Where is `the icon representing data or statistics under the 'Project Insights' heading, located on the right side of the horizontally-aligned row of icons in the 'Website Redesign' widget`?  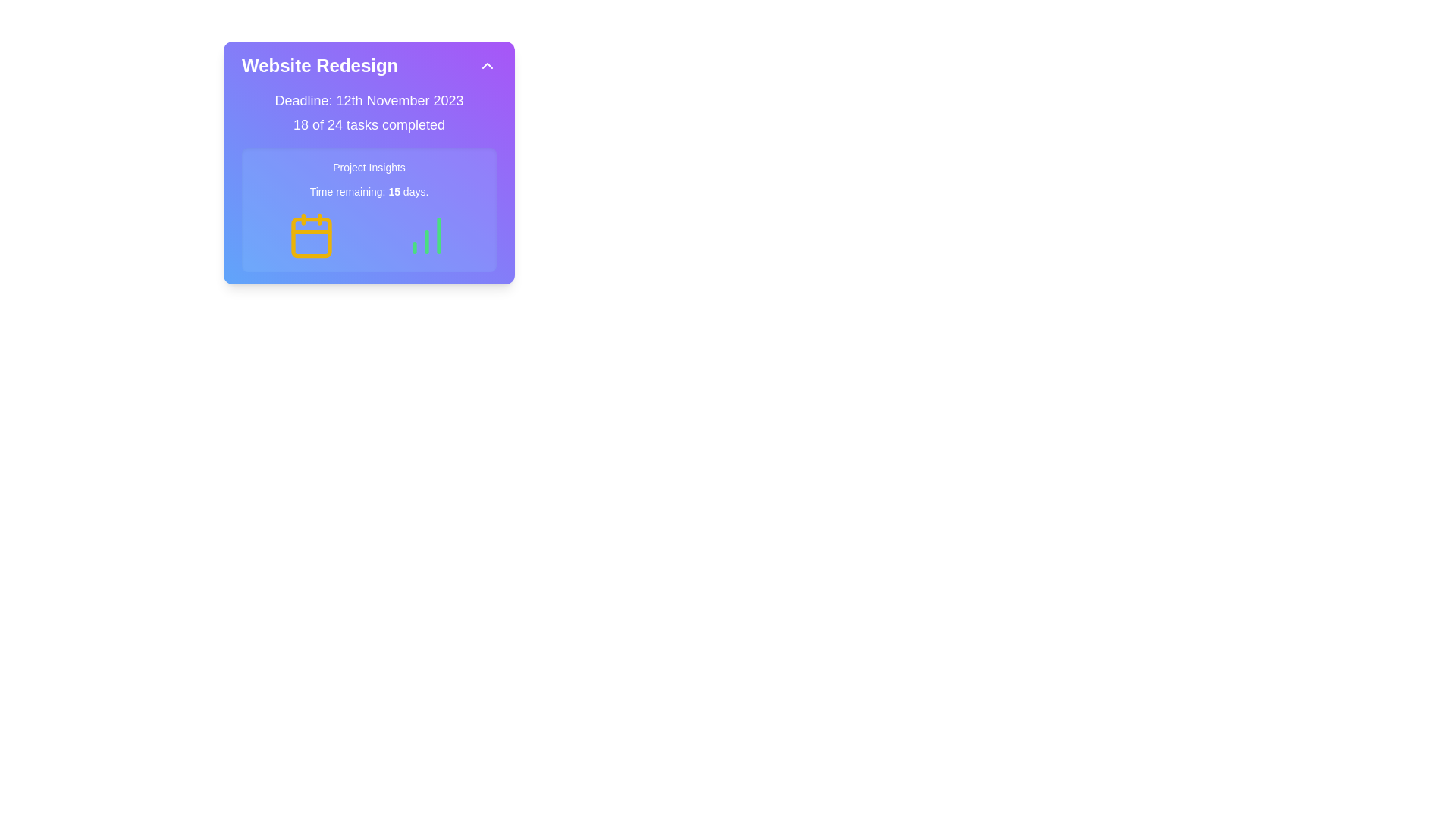 the icon representing data or statistics under the 'Project Insights' heading, located on the right side of the horizontally-aligned row of icons in the 'Website Redesign' widget is located at coordinates (425, 236).